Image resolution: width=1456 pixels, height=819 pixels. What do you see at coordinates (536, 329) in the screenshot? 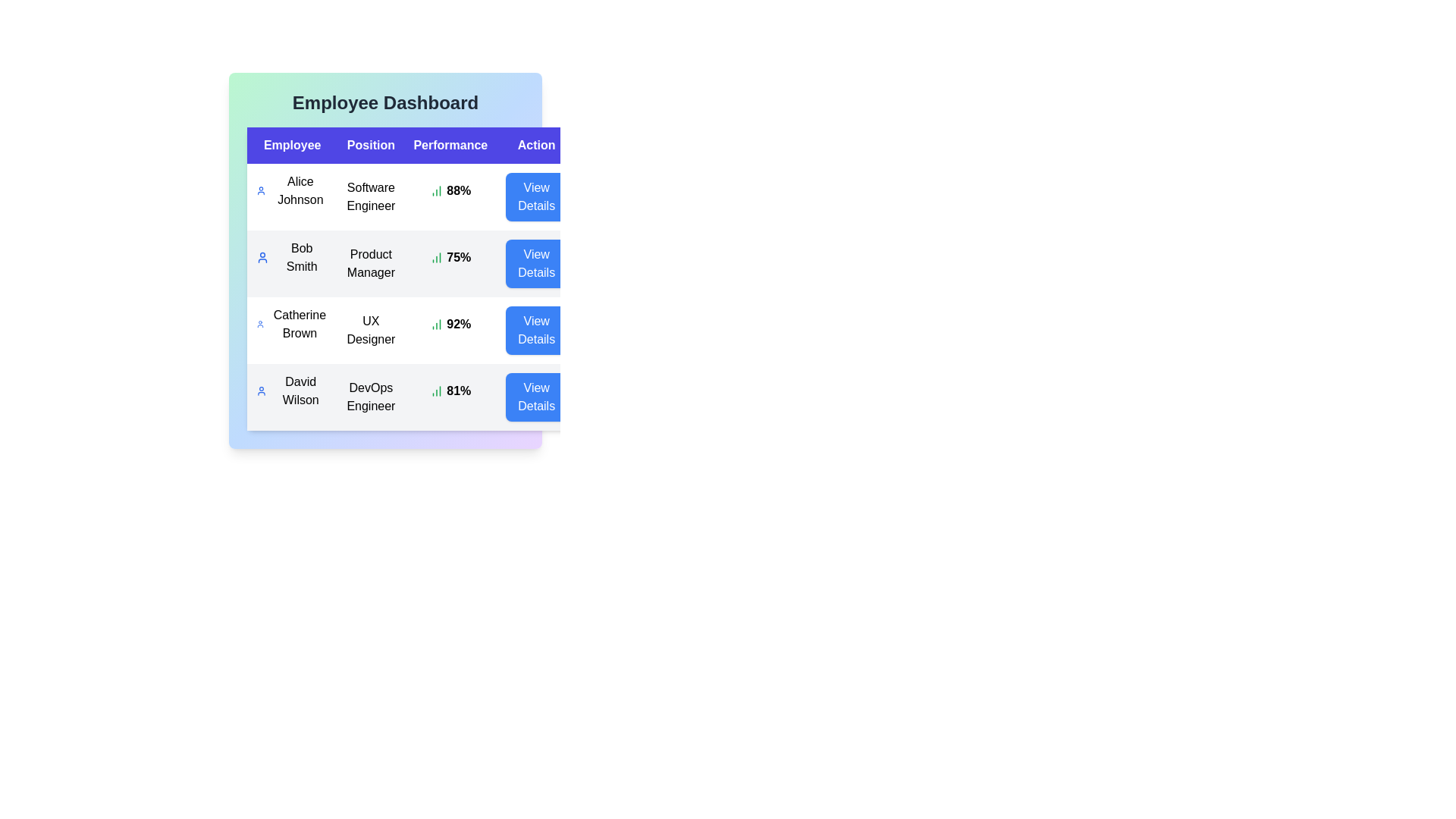
I see `'View Details' button for the employee specified by Catherine Brown` at bounding box center [536, 329].